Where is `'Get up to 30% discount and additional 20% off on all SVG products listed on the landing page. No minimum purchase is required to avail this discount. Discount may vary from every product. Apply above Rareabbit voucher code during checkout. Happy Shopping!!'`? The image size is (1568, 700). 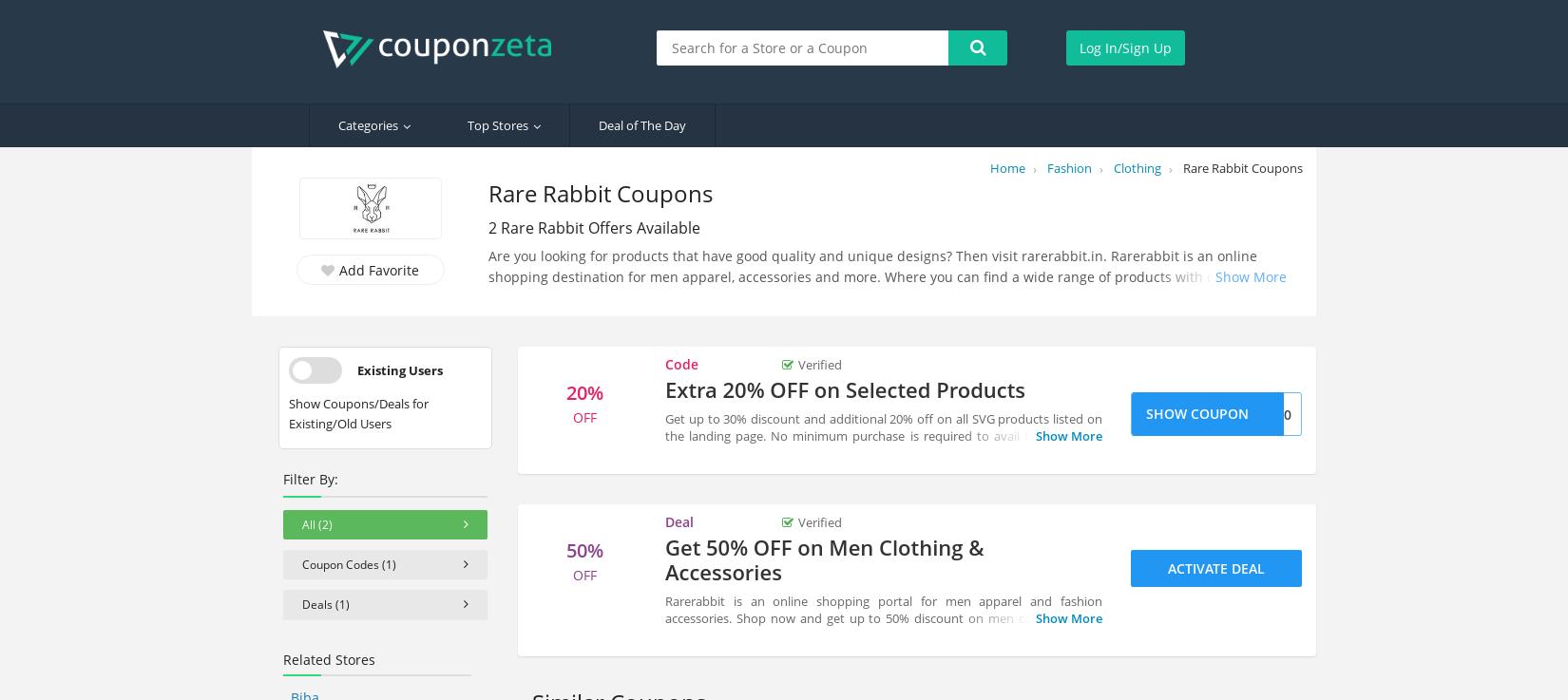
'Get up to 30% discount and additional 20% off on all SVG products listed on the landing page. No minimum purchase is required to avail this discount. Discount may vary from every product. Apply above Rareabbit voucher code during checkout. Happy Shopping!!' is located at coordinates (663, 444).